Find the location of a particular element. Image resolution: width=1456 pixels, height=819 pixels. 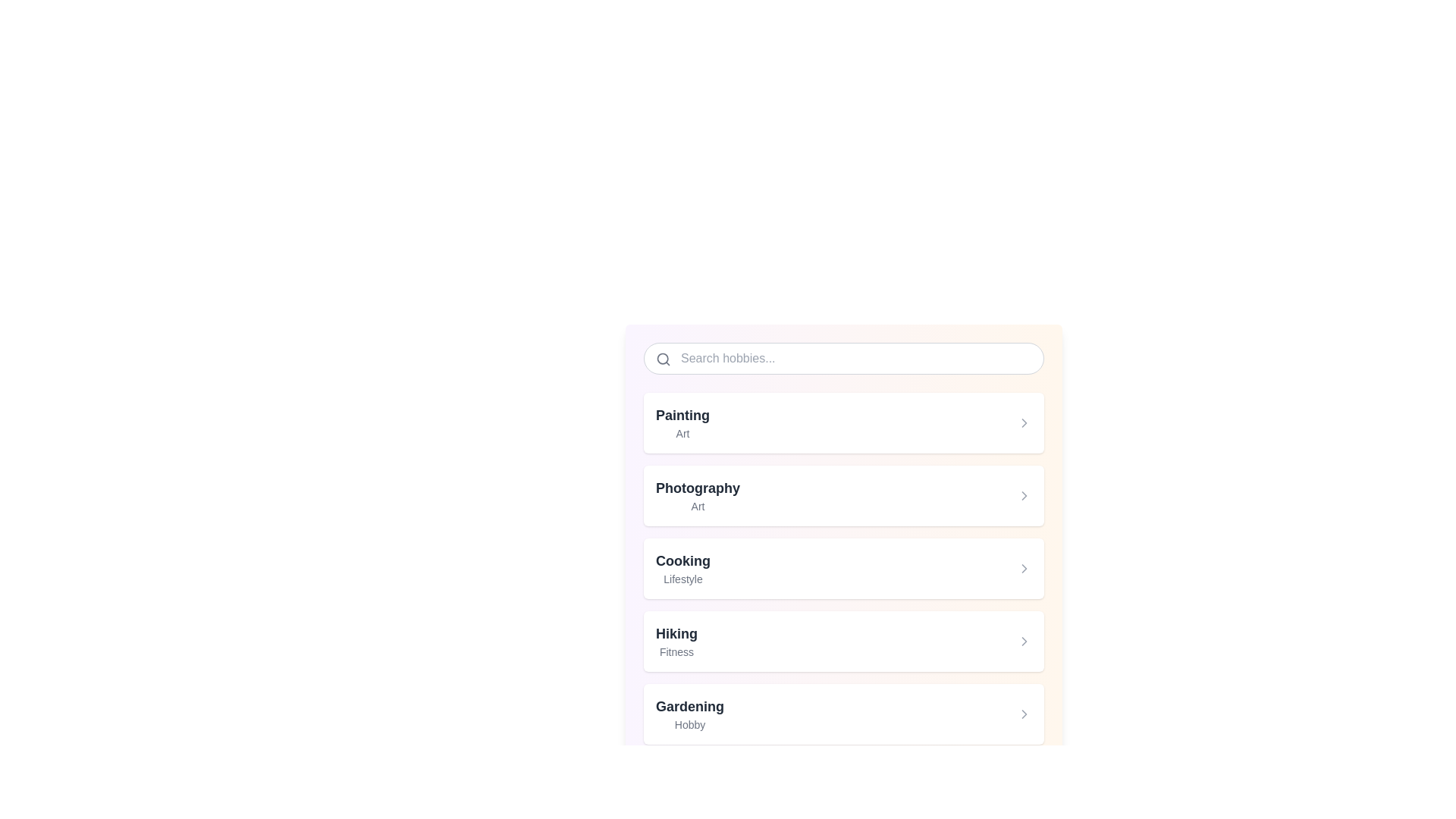

the 'Cooking' Text label, which is the third item in the list and contains two lines of text is located at coordinates (682, 568).